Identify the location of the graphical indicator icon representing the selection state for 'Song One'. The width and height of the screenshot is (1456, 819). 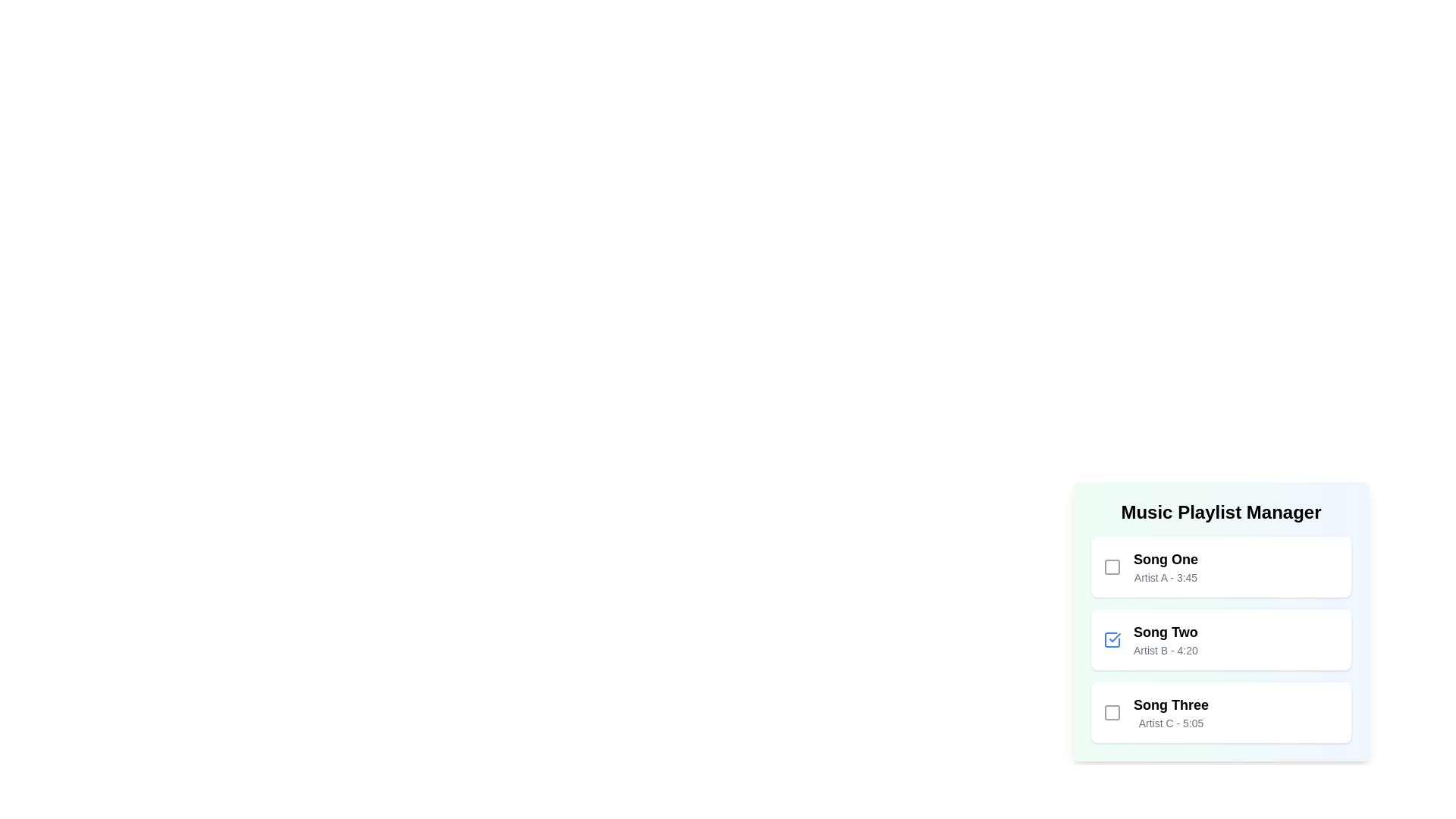
(1112, 567).